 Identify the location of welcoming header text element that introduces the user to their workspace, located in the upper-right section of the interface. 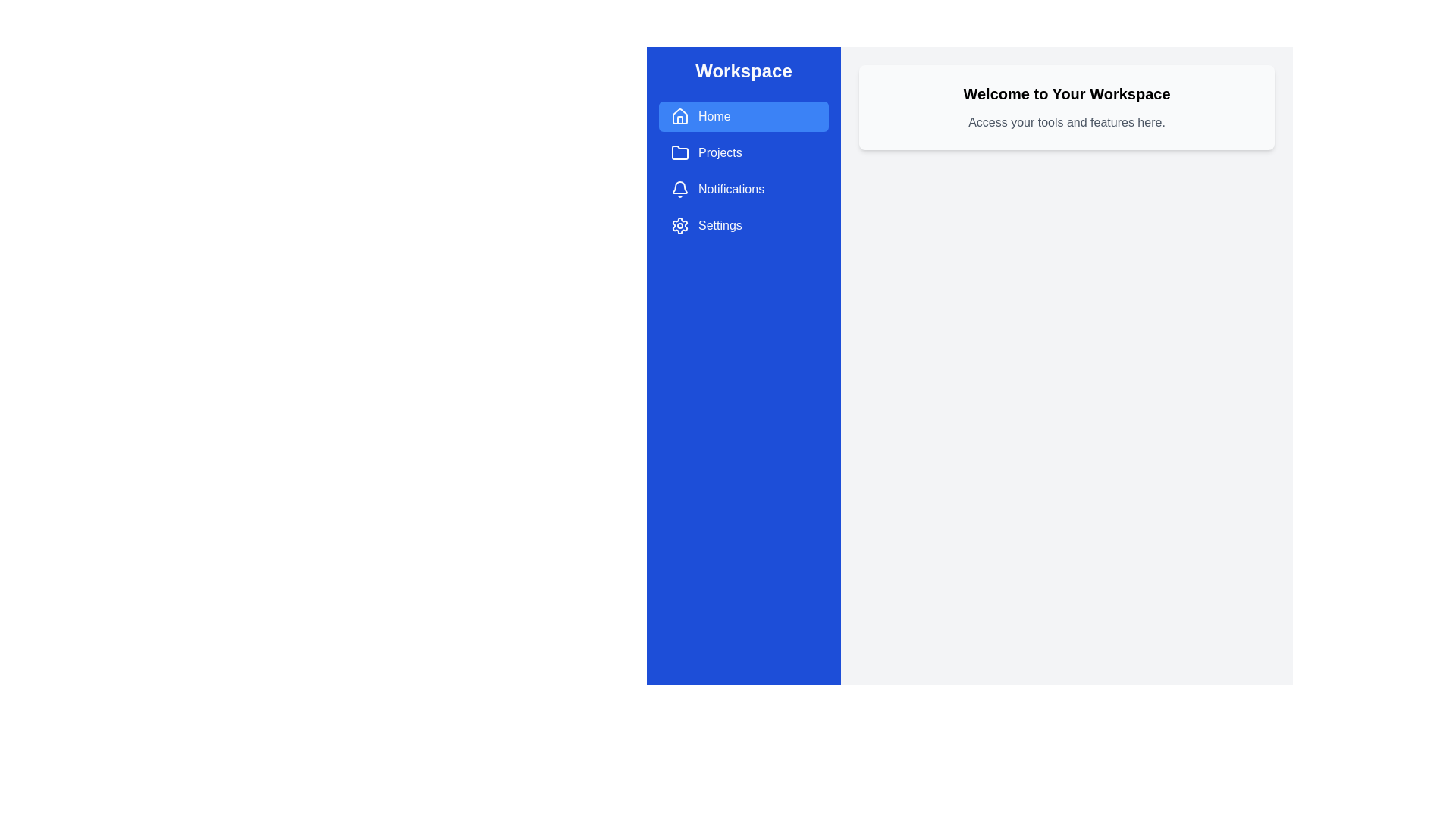
(1065, 93).